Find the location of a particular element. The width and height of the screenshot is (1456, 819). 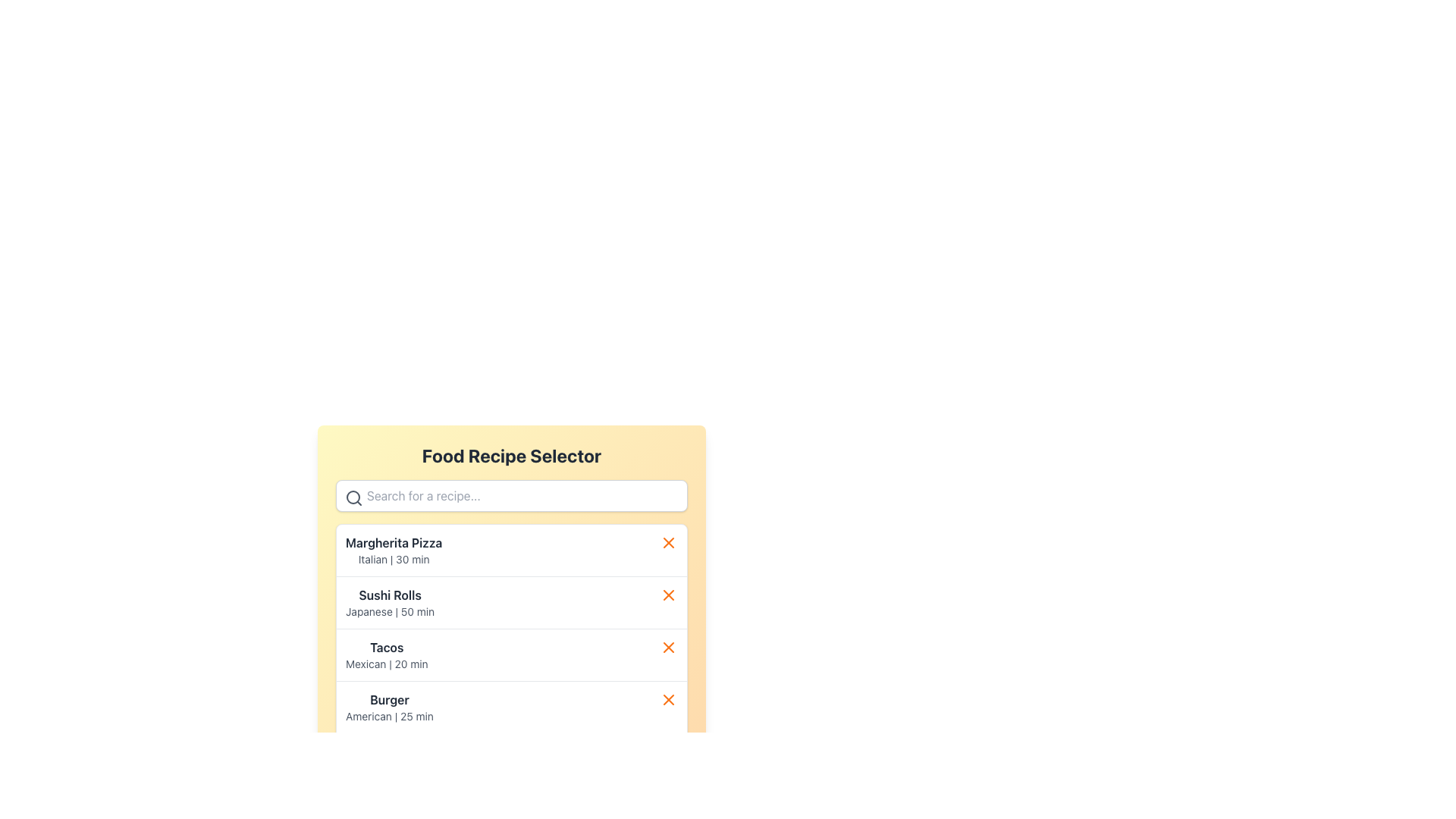

small gray text label that says 'Italian | 30 min', which provides additional details about the 'Margherita Pizza' menu item, located beneath it is located at coordinates (394, 559).